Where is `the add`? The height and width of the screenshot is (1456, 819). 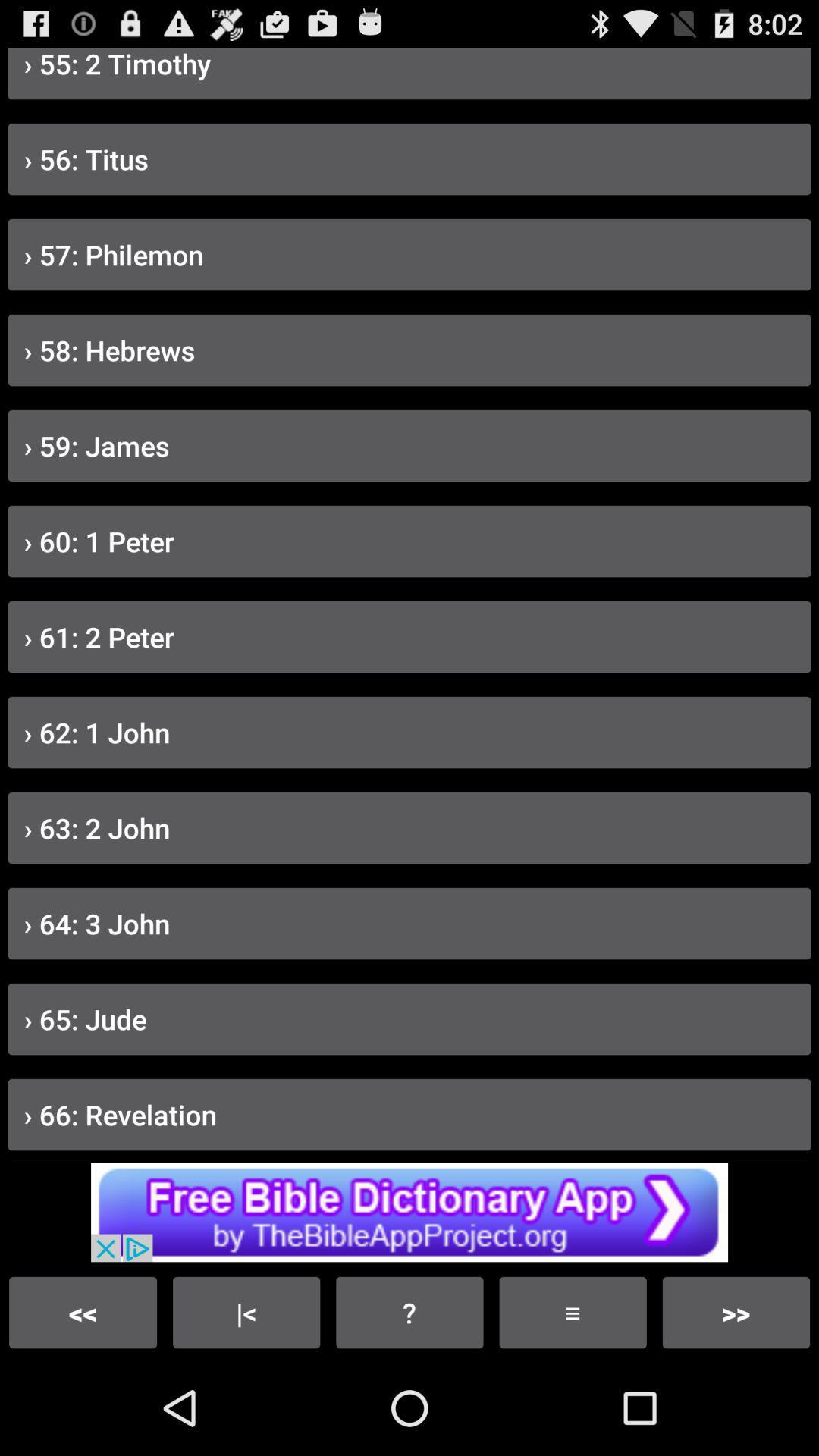
the add is located at coordinates (409, 1211).